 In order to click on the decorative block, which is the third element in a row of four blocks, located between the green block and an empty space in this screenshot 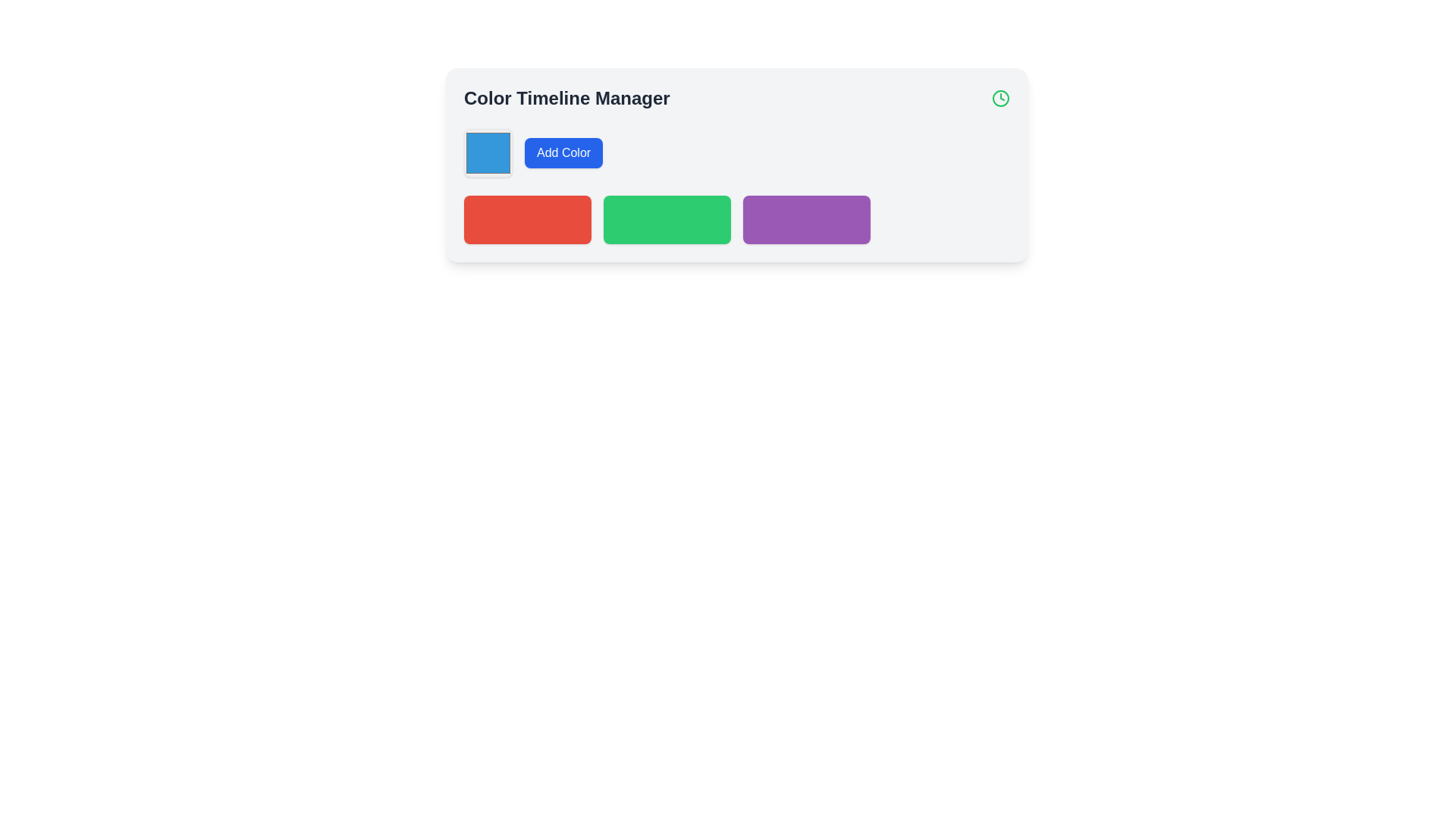, I will do `click(806, 219)`.